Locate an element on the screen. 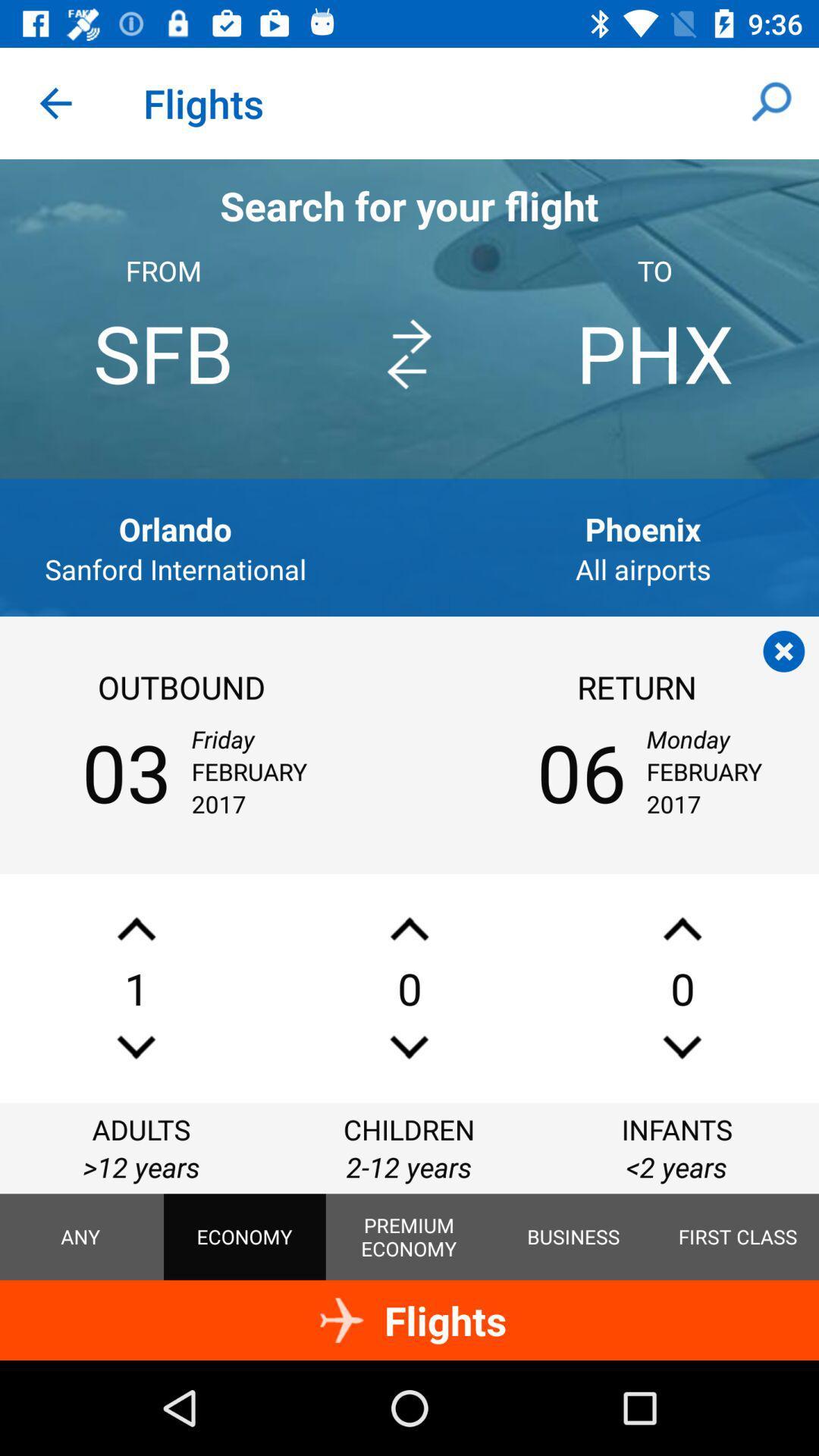 The image size is (819, 1456). click third aarow pointing down is located at coordinates (681, 1046).